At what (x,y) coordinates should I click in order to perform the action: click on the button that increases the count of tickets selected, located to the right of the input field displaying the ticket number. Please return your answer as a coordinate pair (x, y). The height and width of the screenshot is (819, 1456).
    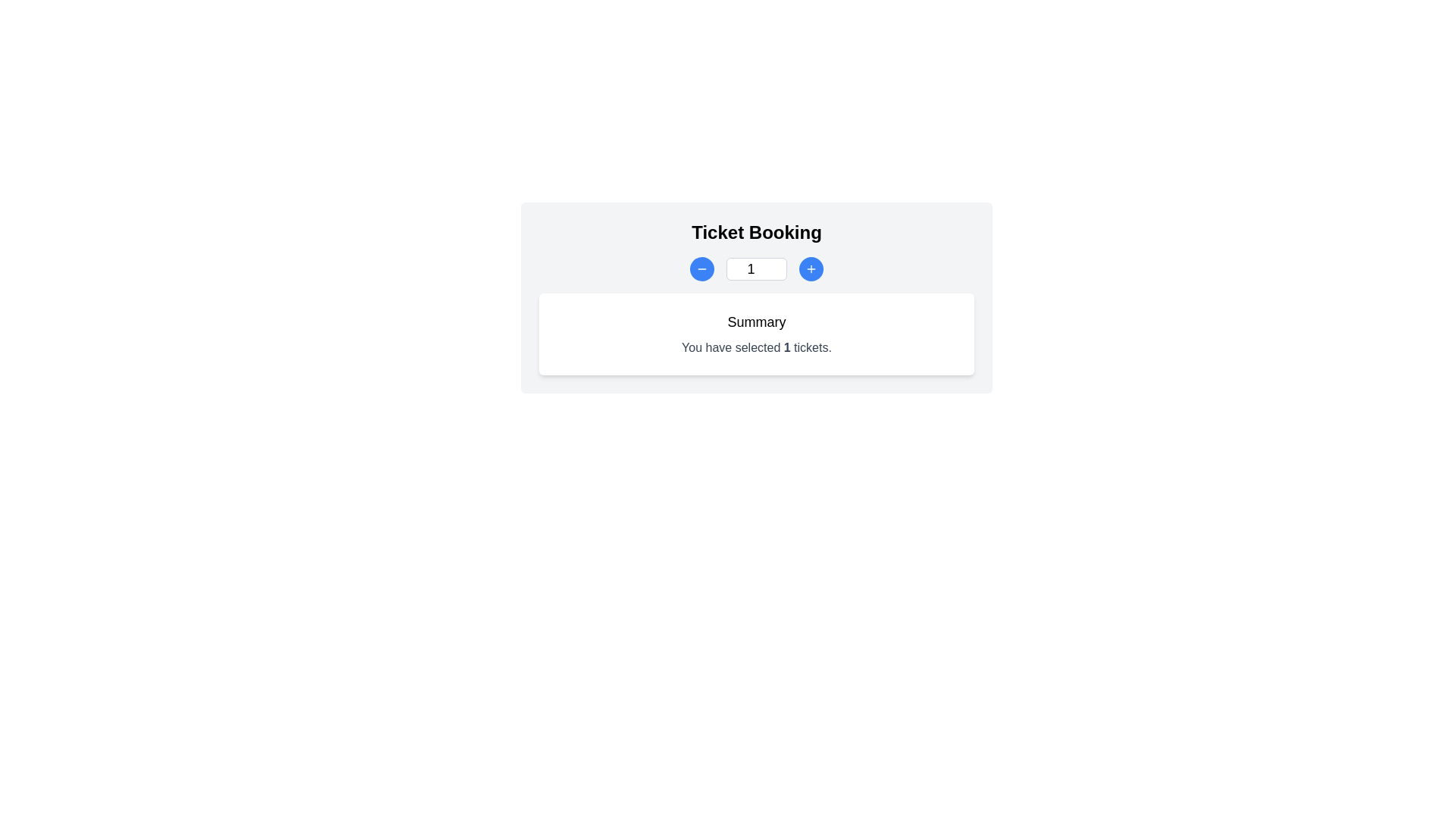
    Looking at the image, I should click on (811, 268).